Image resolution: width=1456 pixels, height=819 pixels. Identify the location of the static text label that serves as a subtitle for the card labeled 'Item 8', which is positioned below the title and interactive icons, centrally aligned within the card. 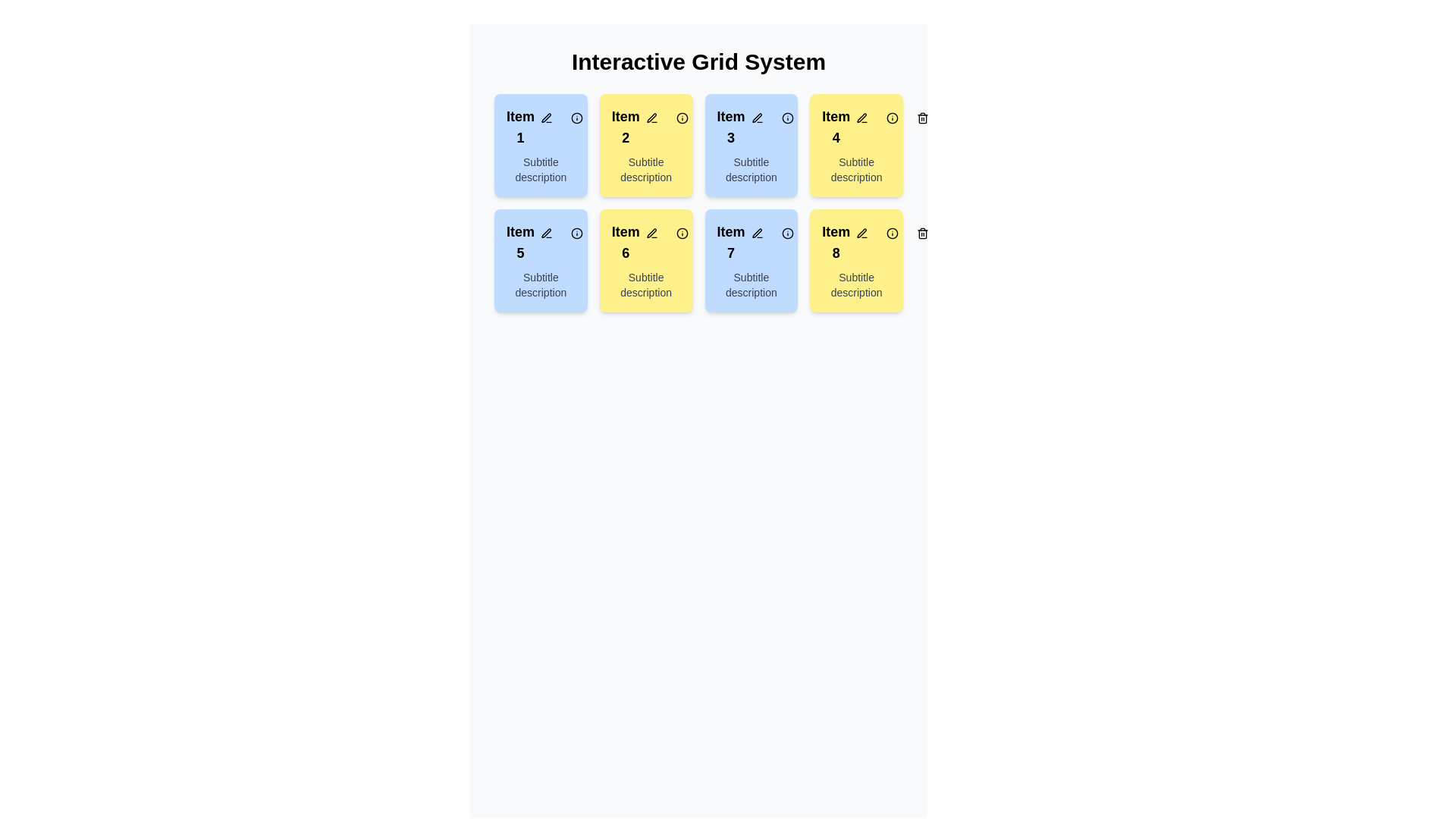
(856, 284).